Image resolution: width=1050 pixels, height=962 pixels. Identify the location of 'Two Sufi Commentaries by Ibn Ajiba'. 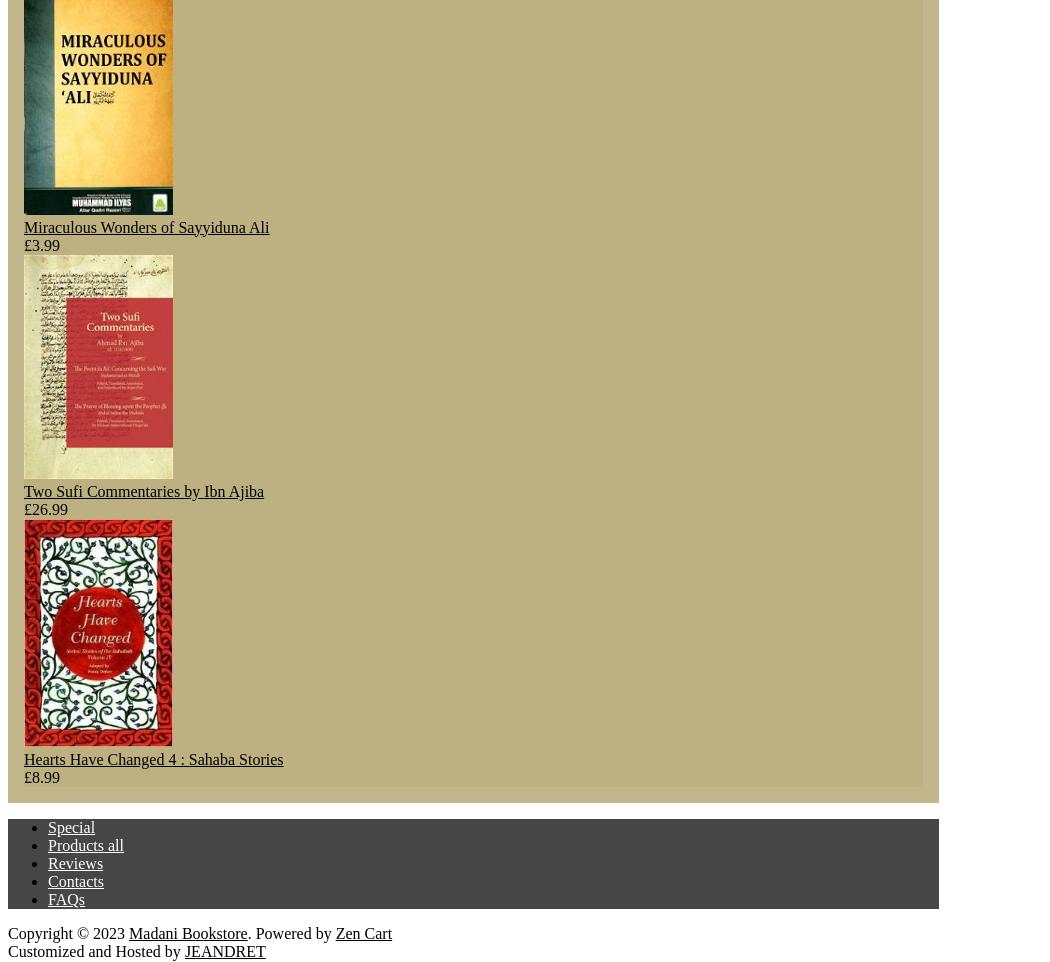
(24, 490).